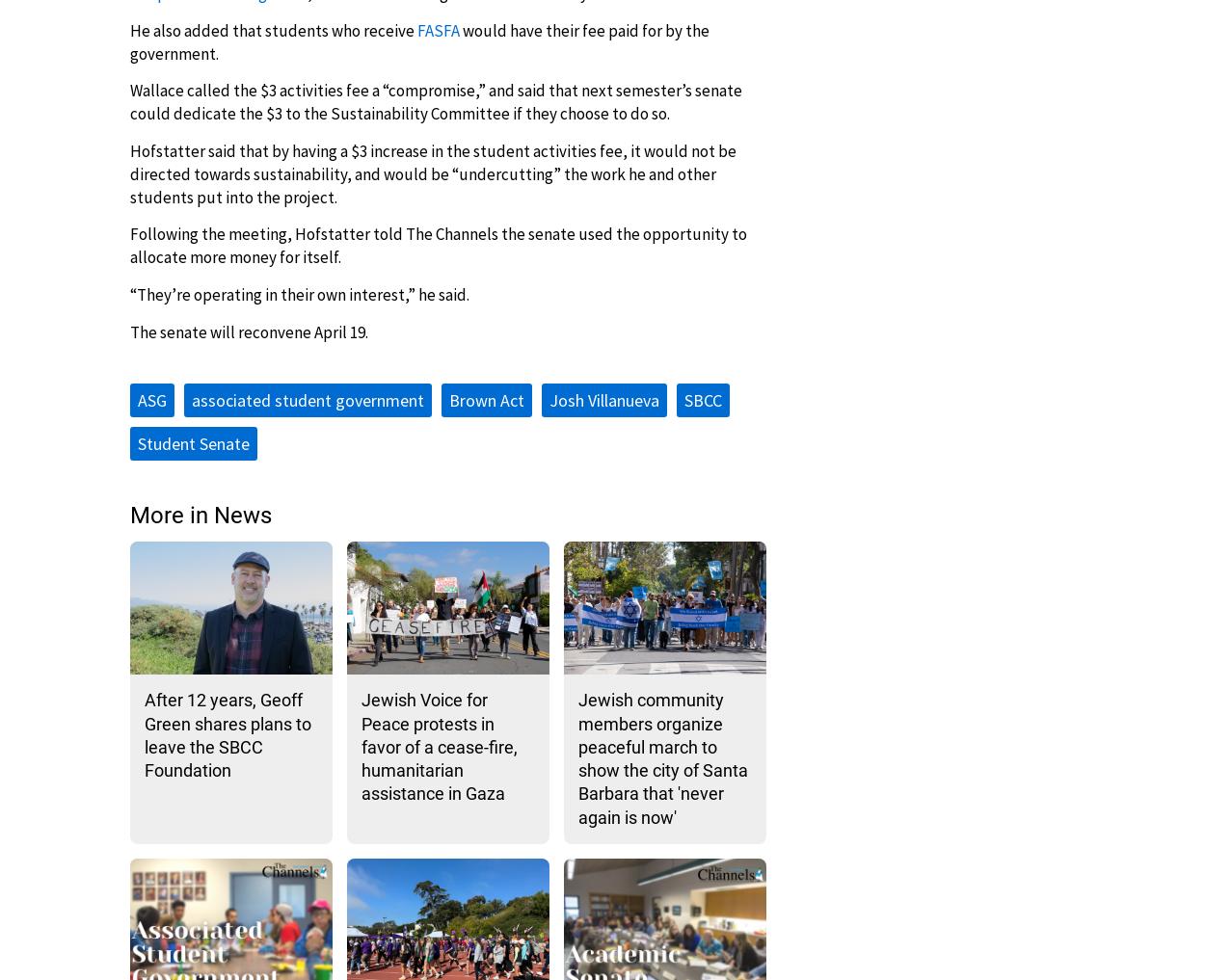 This screenshot has height=980, width=1205. Describe the element at coordinates (419, 40) in the screenshot. I see `'would have their fee paid for by the government.'` at that location.